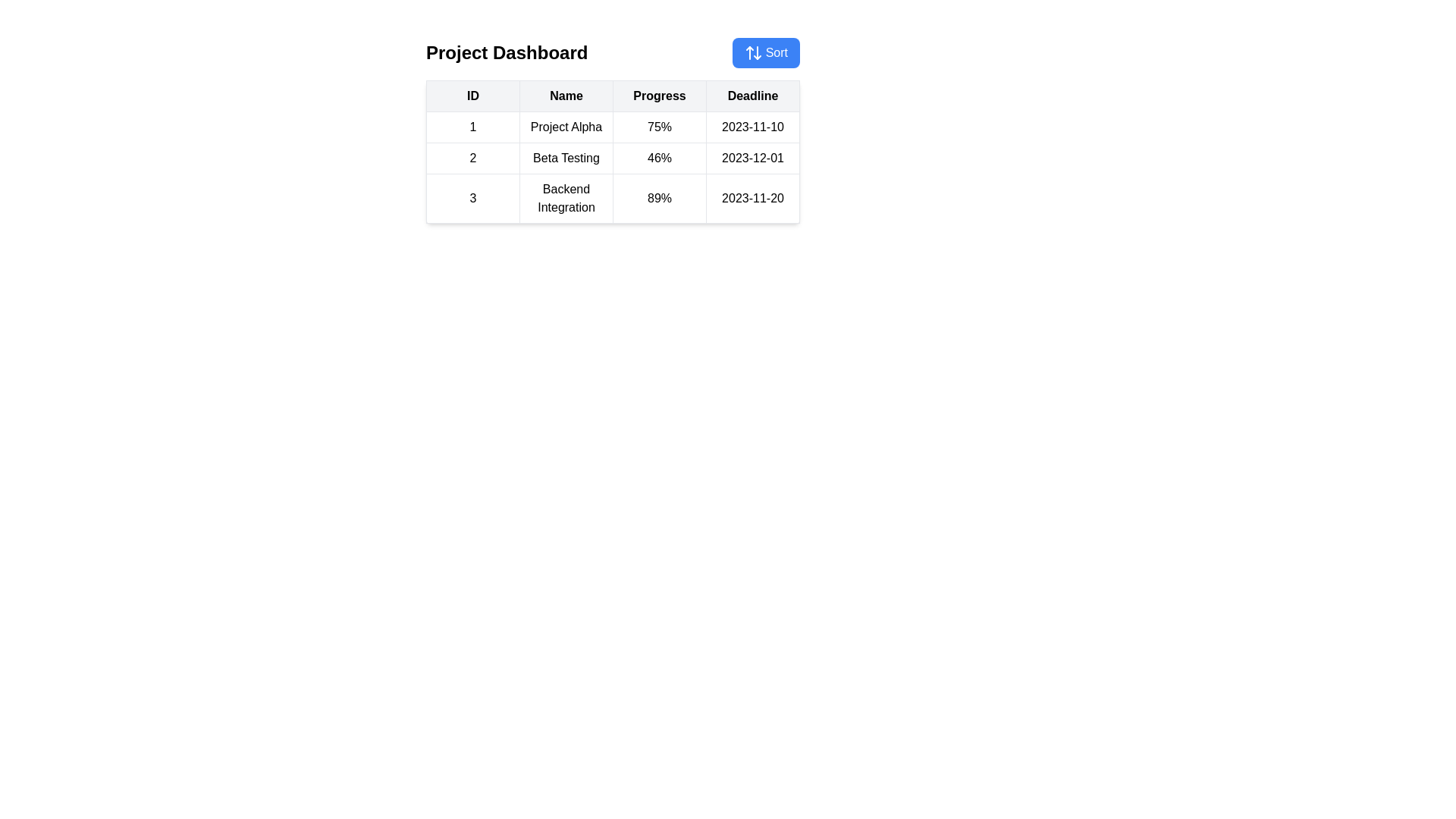  What do you see at coordinates (613, 152) in the screenshot?
I see `the progress percentage cell indicating 46% completion for the 'Beta Testing' project located in the 'Project Dashboard' section, under the 'Sort' button, specifically in the second row of the table under the 'Progress' column` at bounding box center [613, 152].